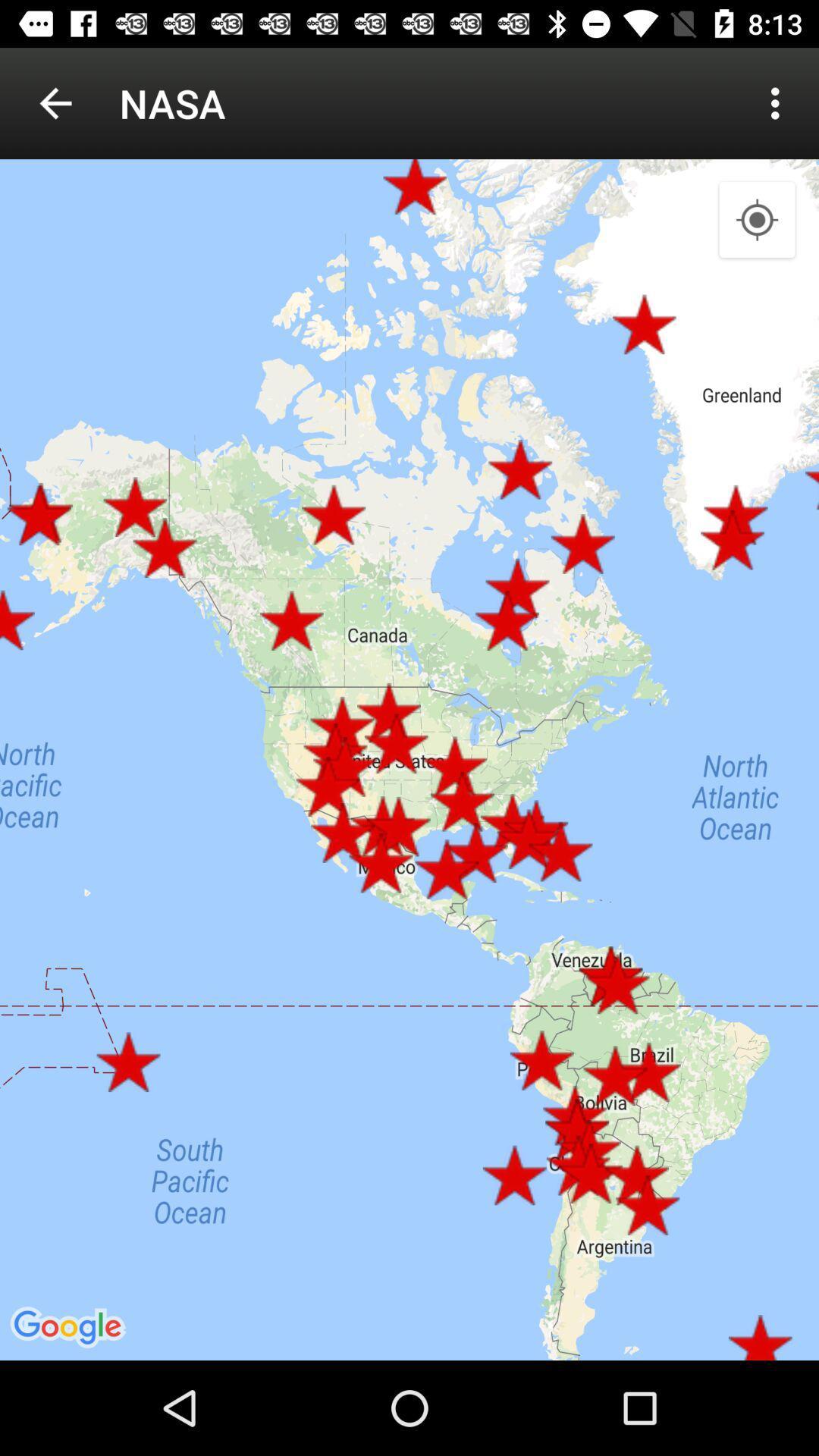 The image size is (819, 1456). I want to click on the item at the center, so click(409, 760).